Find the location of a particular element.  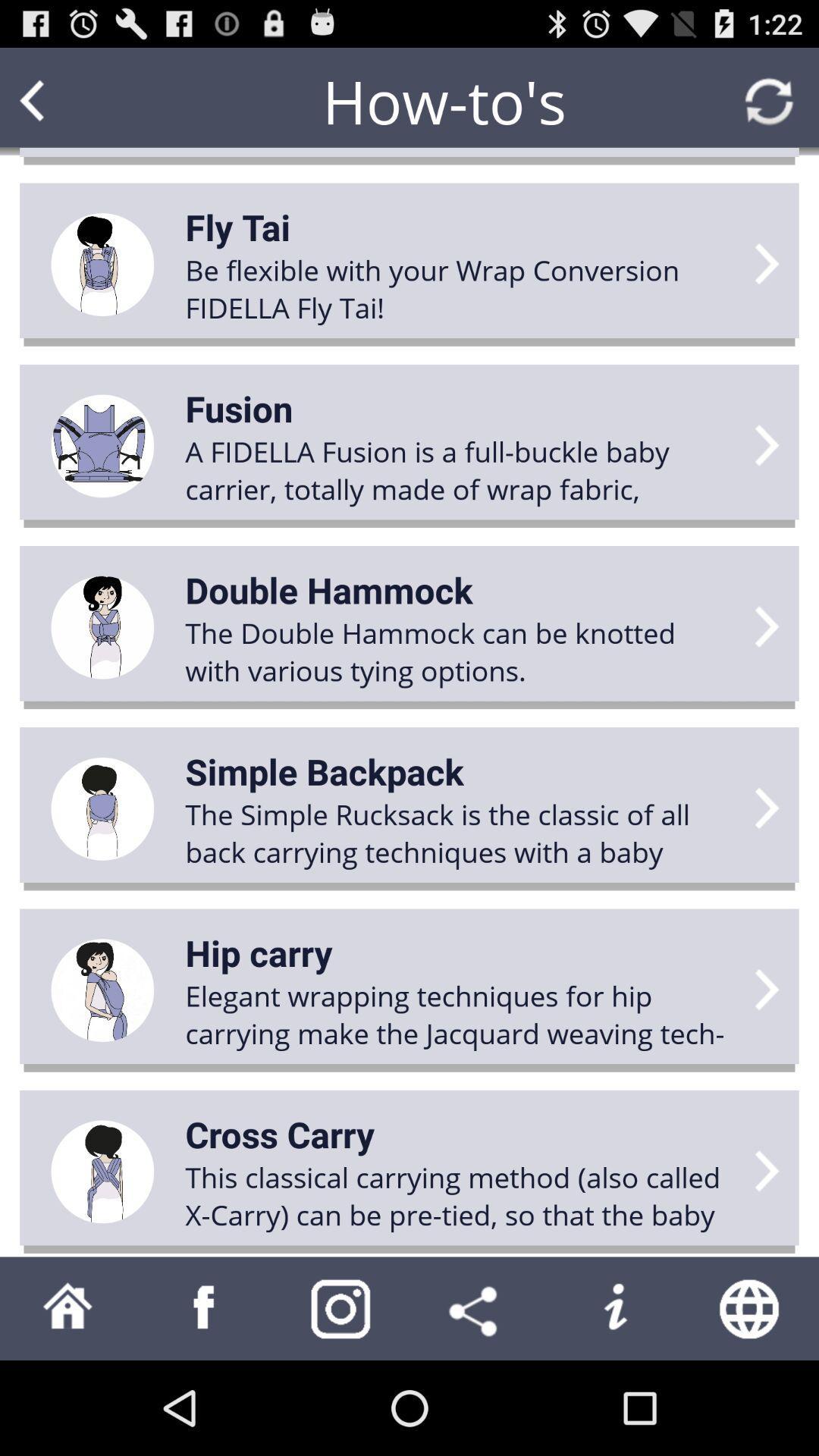

suggested website is located at coordinates (751, 1307).